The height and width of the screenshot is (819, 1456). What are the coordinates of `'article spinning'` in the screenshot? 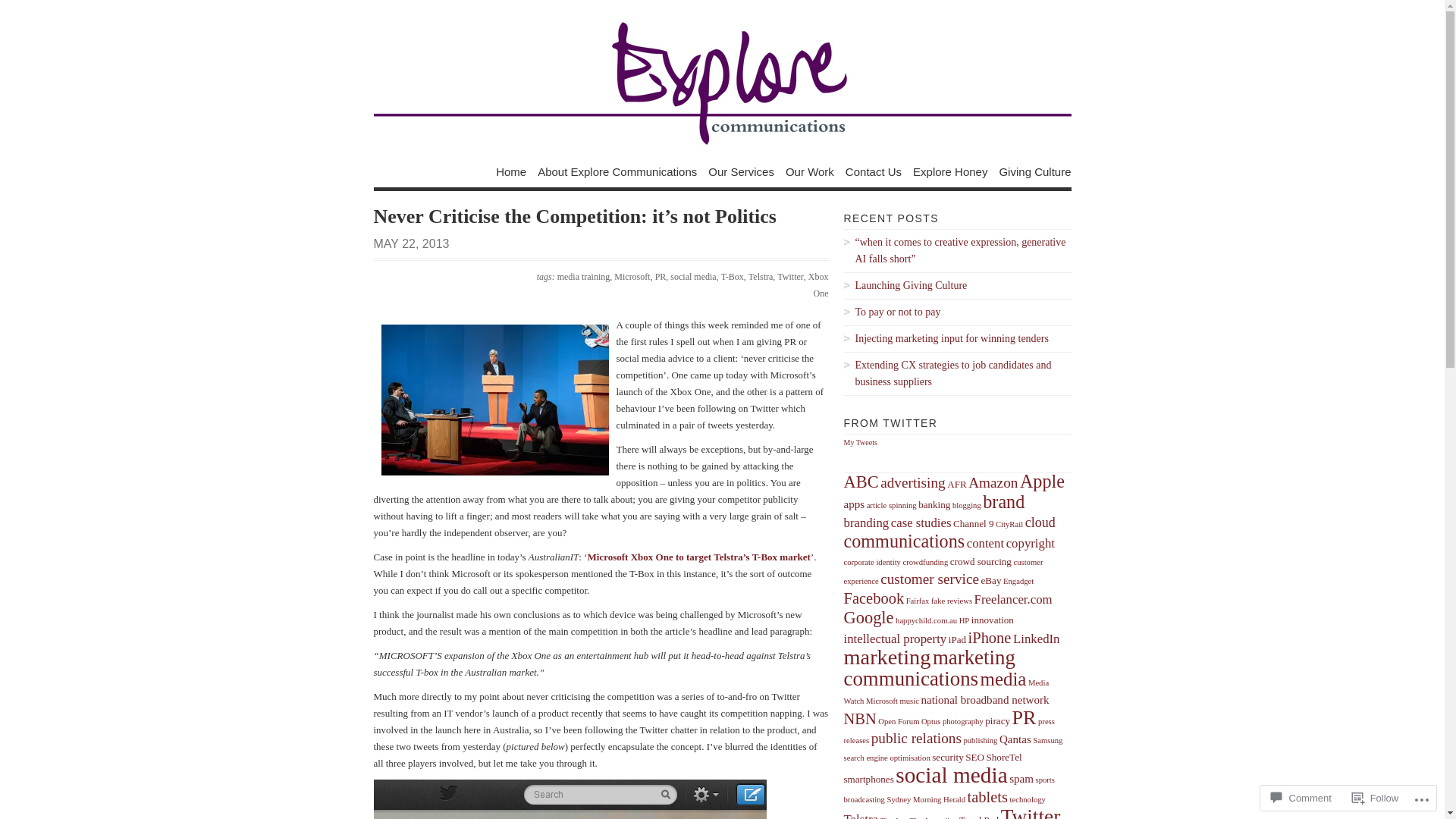 It's located at (892, 505).